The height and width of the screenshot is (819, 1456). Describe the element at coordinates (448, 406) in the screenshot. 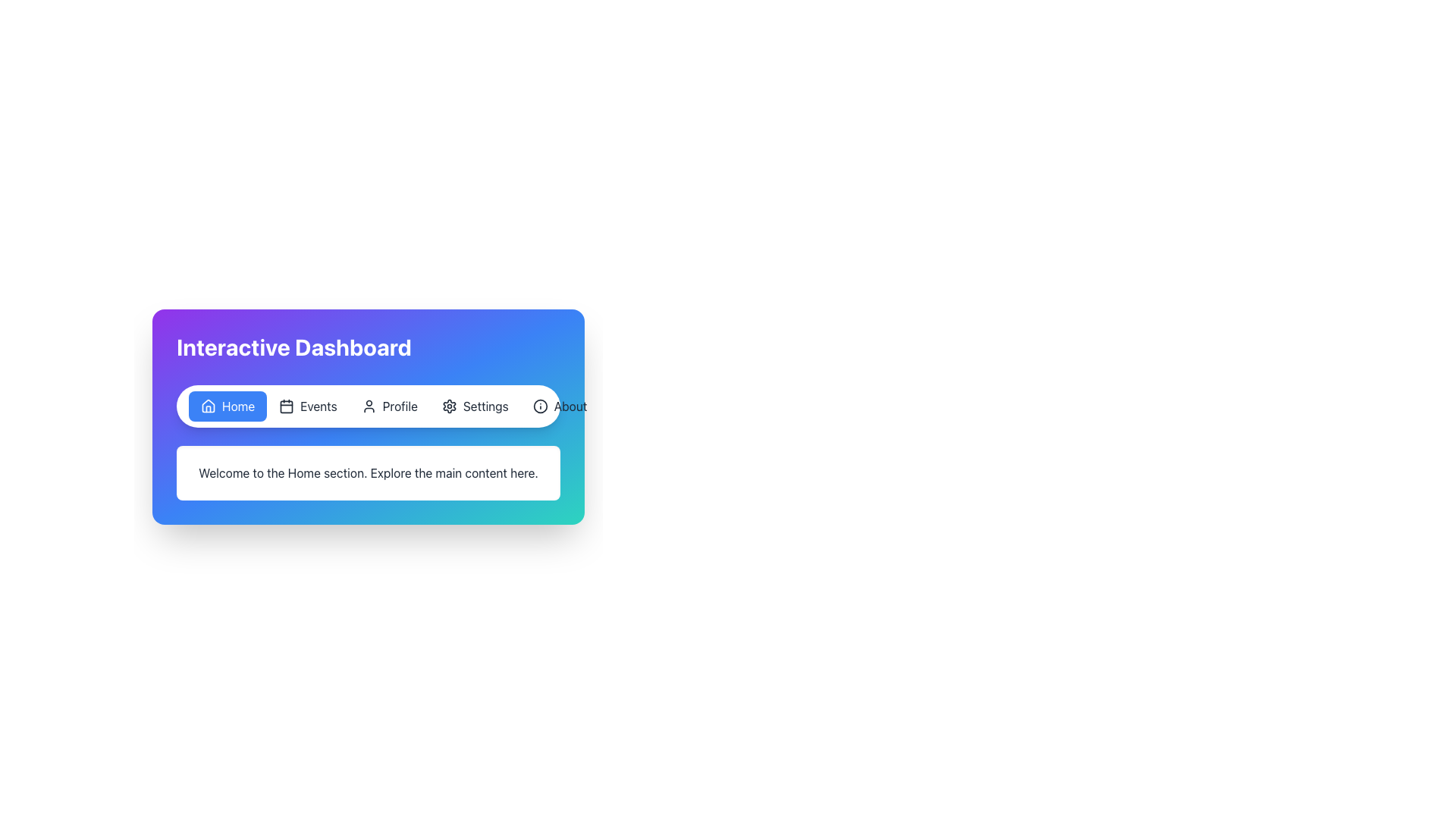

I see `the 'Settings' button icon located fourth from the left in the horizontal navigation bar` at that location.